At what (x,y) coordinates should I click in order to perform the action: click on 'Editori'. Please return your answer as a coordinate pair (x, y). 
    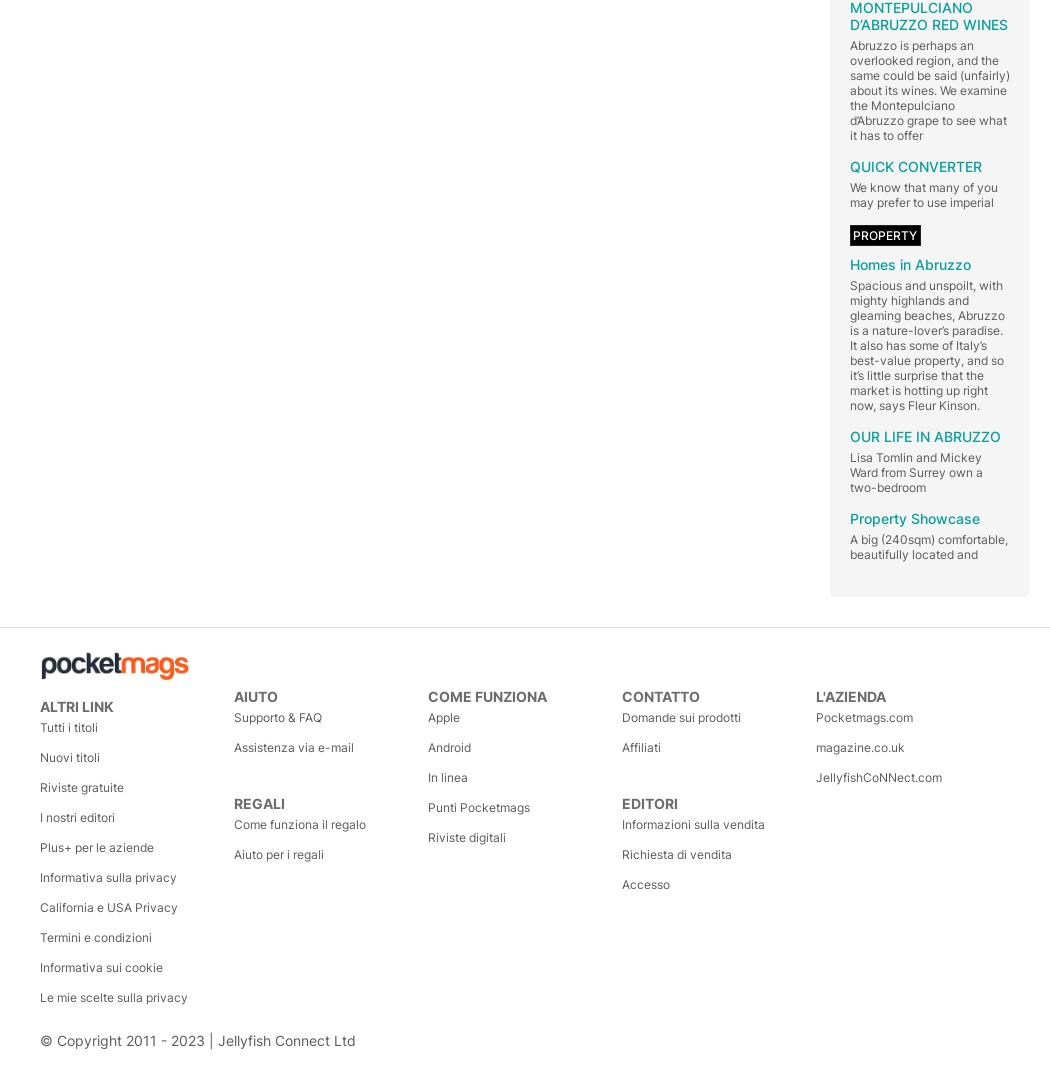
    Looking at the image, I should click on (648, 802).